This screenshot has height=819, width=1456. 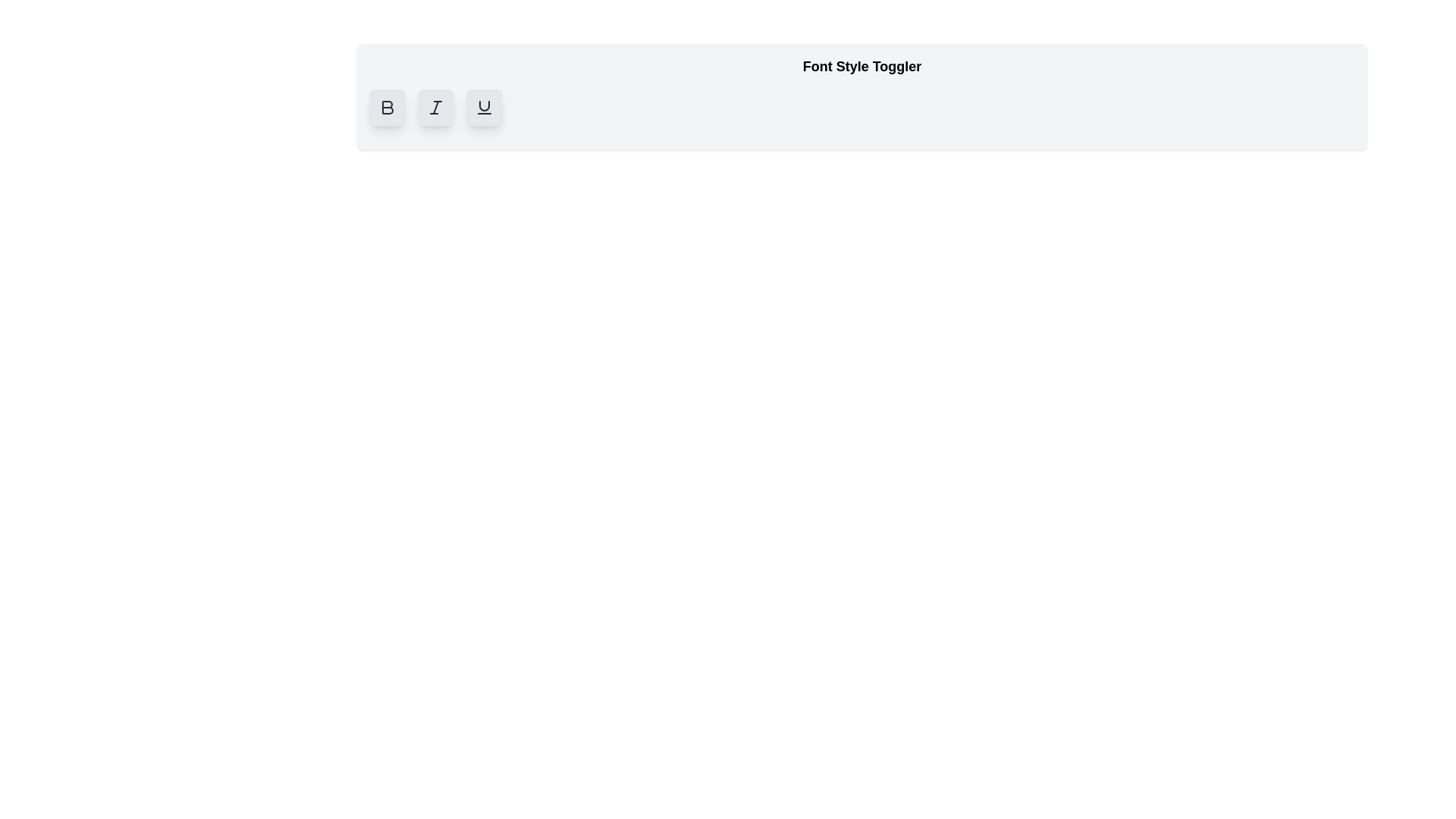 What do you see at coordinates (435, 107) in the screenshot?
I see `the italic style toggle button located at the center of the middle button in a row of three buttons, which is positioned towards the top center of the text editing interface` at bounding box center [435, 107].